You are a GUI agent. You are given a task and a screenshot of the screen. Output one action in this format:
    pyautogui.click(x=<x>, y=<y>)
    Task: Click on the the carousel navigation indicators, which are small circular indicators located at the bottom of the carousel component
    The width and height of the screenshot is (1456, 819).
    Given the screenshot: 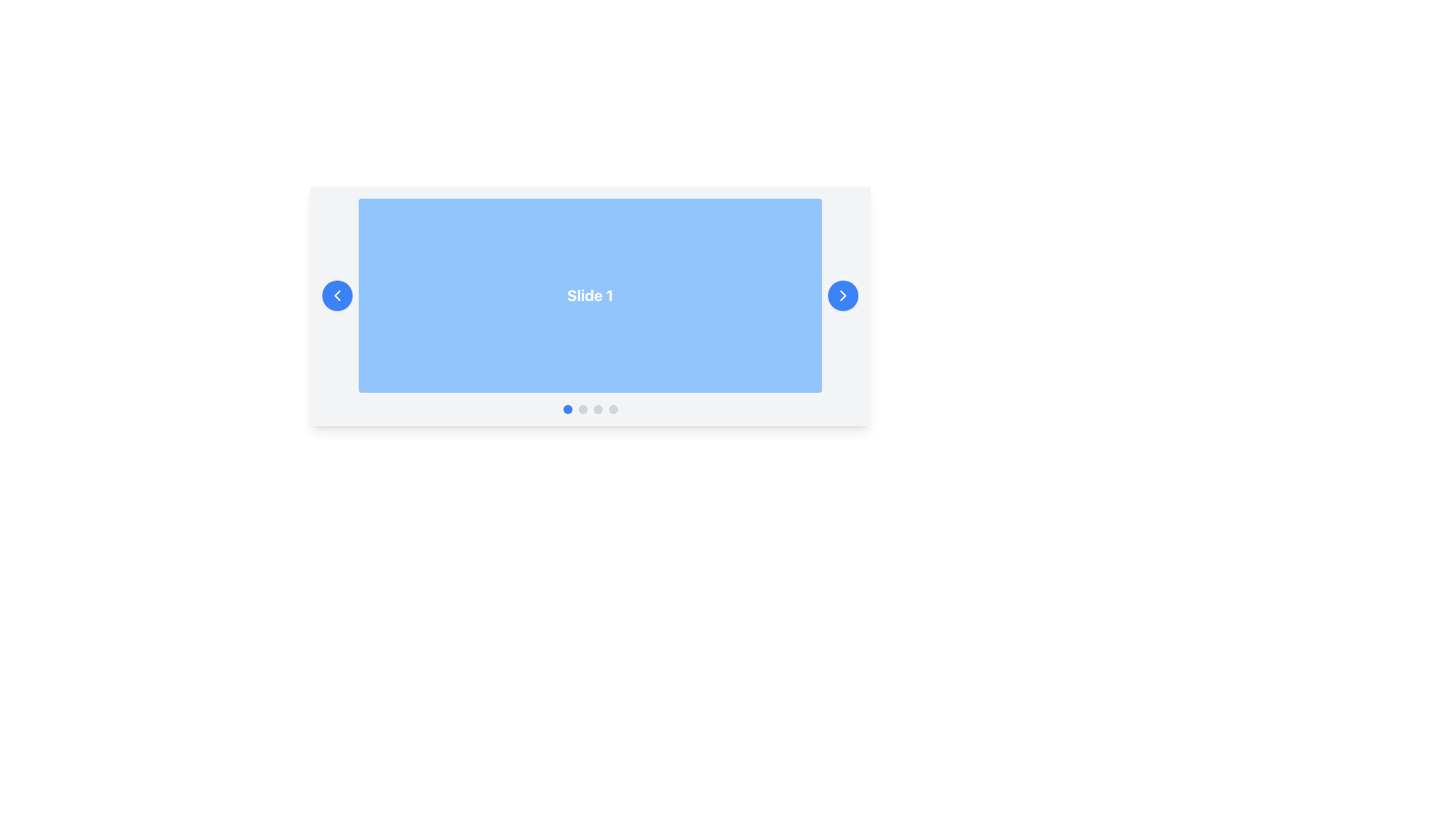 What is the action you would take?
    pyautogui.click(x=589, y=409)
    